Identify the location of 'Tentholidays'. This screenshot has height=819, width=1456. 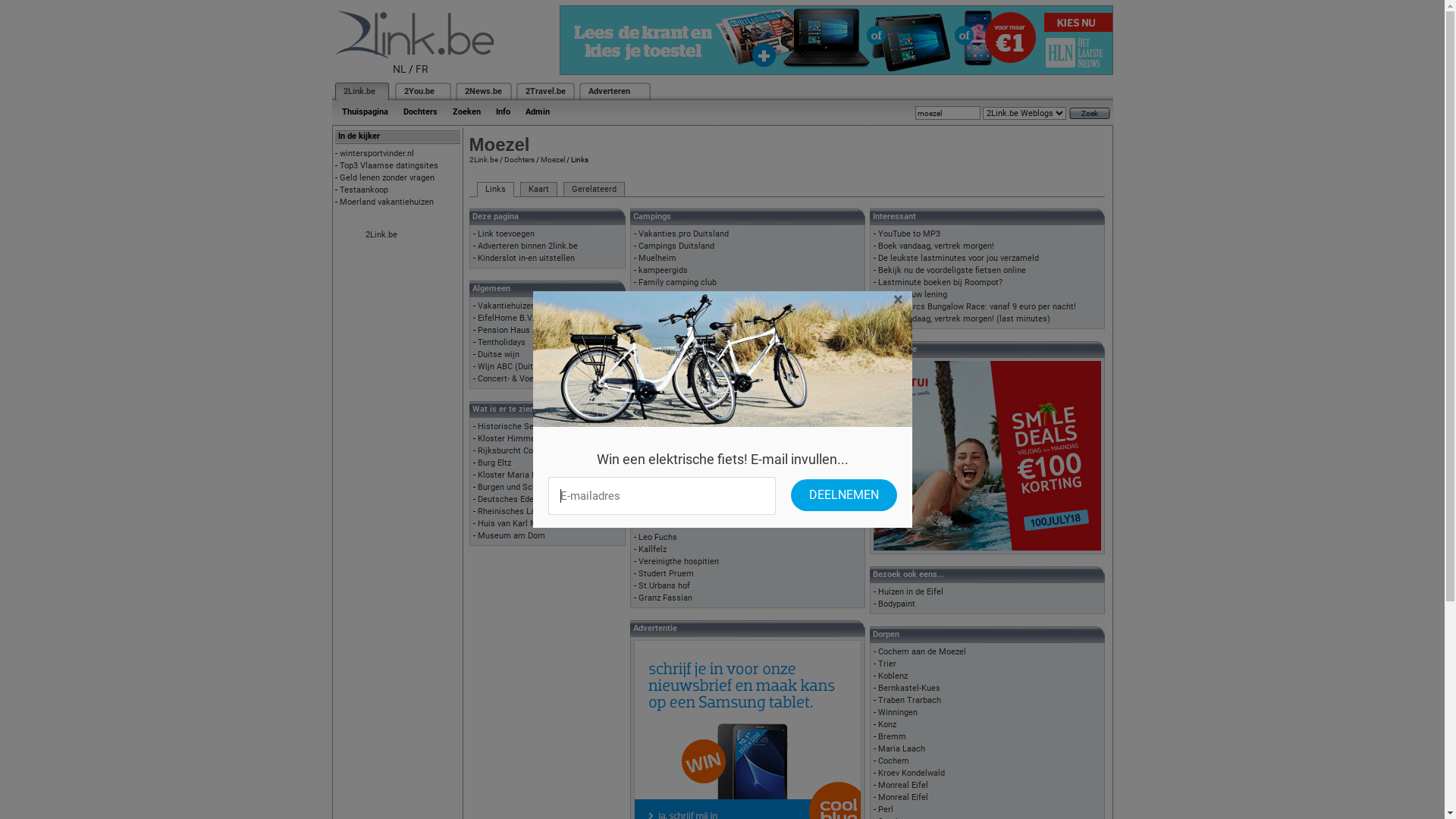
(501, 342).